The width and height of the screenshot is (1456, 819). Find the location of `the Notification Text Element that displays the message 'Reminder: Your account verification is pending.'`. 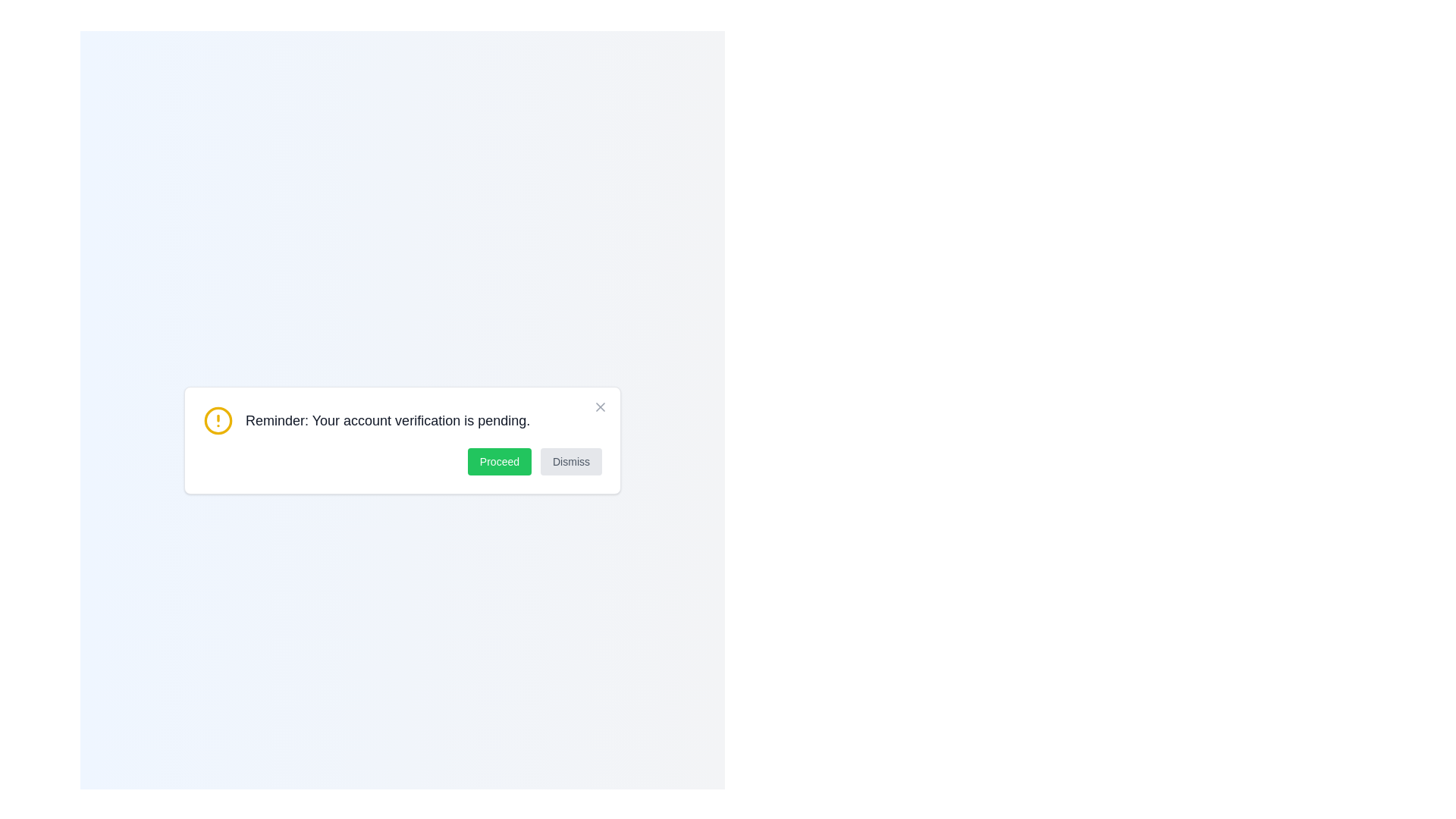

the Notification Text Element that displays the message 'Reminder: Your account verification is pending.' is located at coordinates (403, 421).